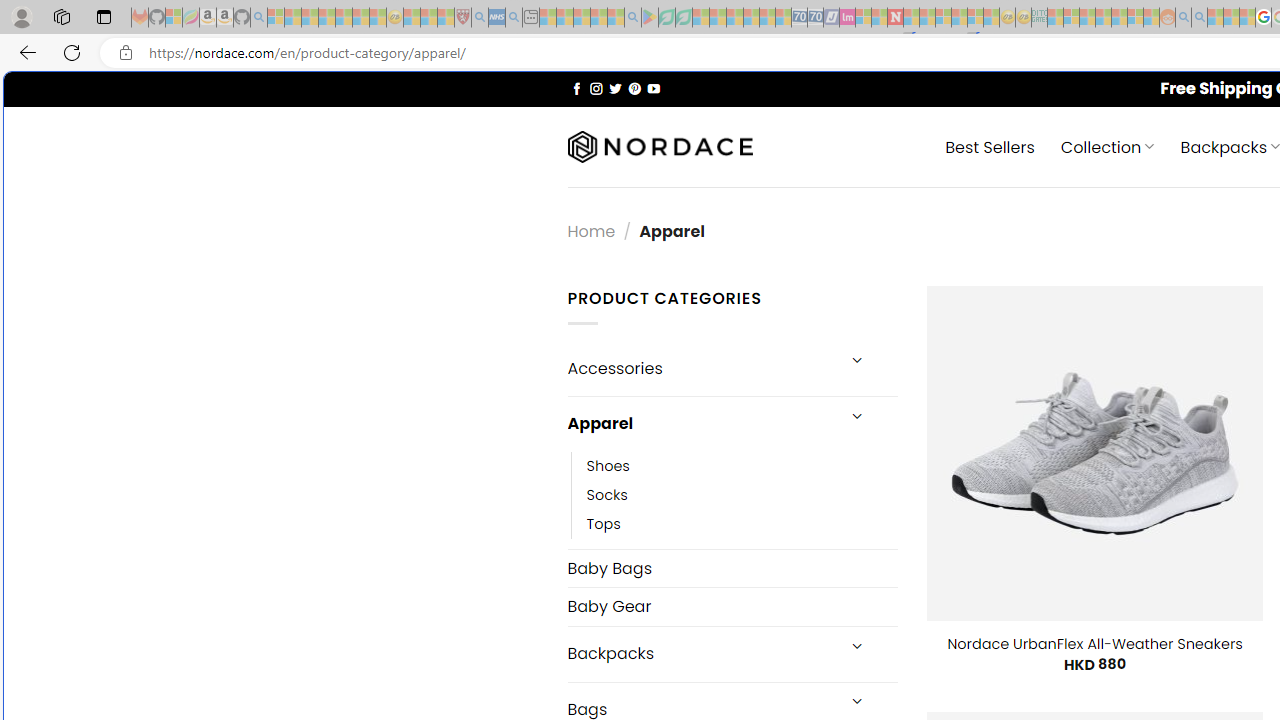  I want to click on 'Terms of Use Agreement - Sleeping', so click(666, 17).